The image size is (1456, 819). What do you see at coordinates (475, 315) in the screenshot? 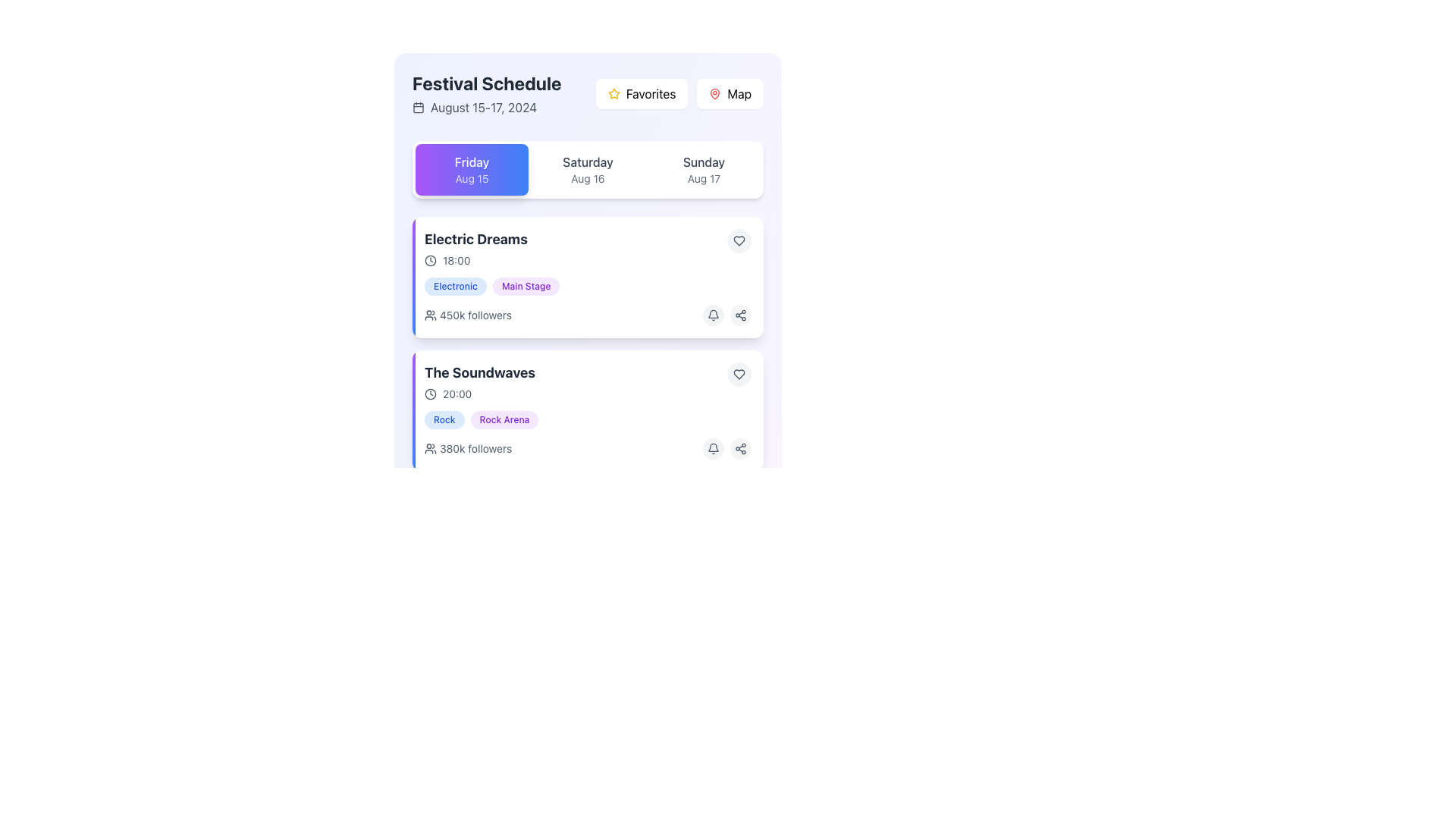
I see `text label displaying '450k followers' which is styled in dark gray and positioned beneath the event's time, genre tags, and location on the left side of the content card for 'Electric Dreams'` at bounding box center [475, 315].